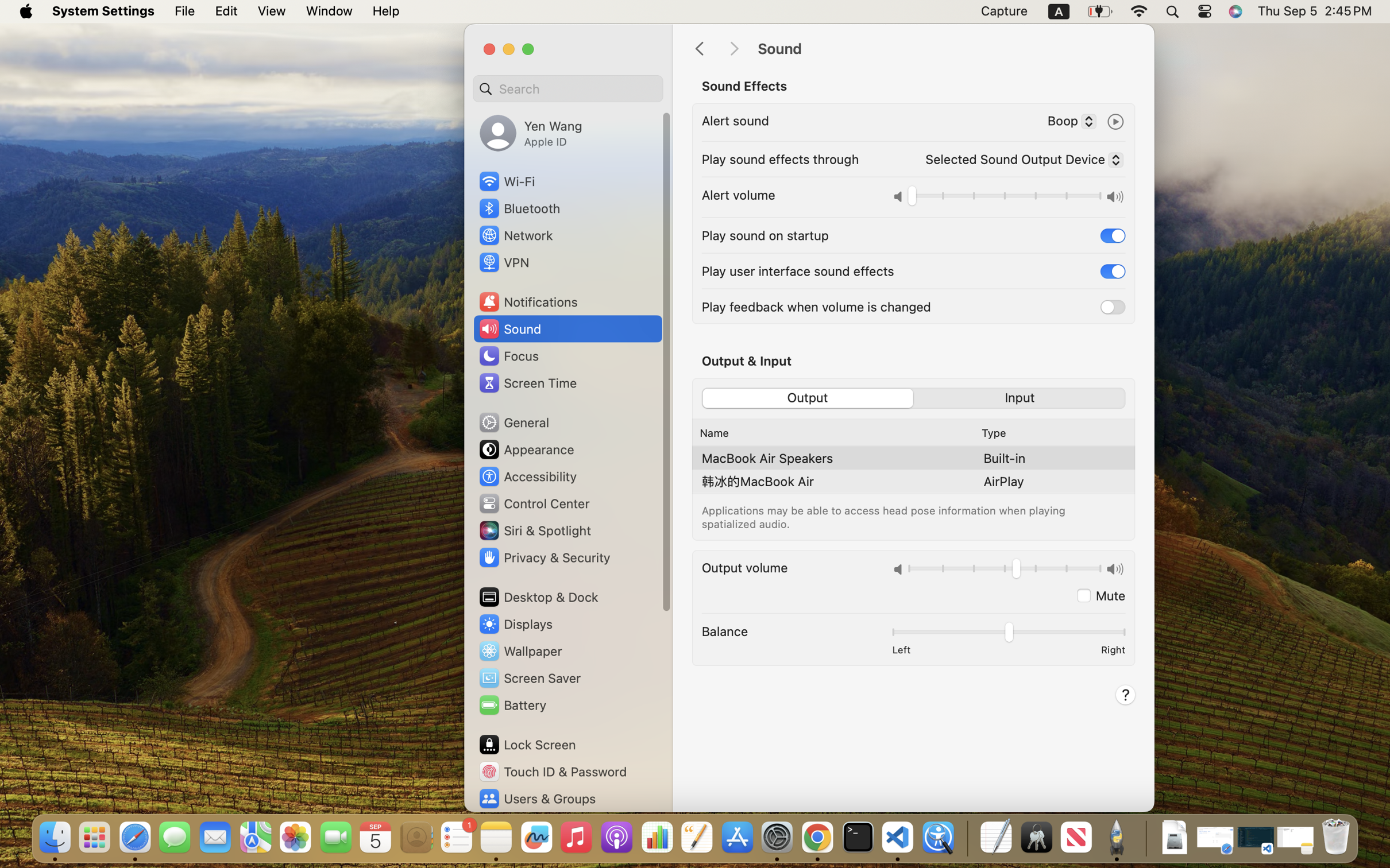 The image size is (1390, 868). I want to click on 'Accessibility', so click(527, 476).